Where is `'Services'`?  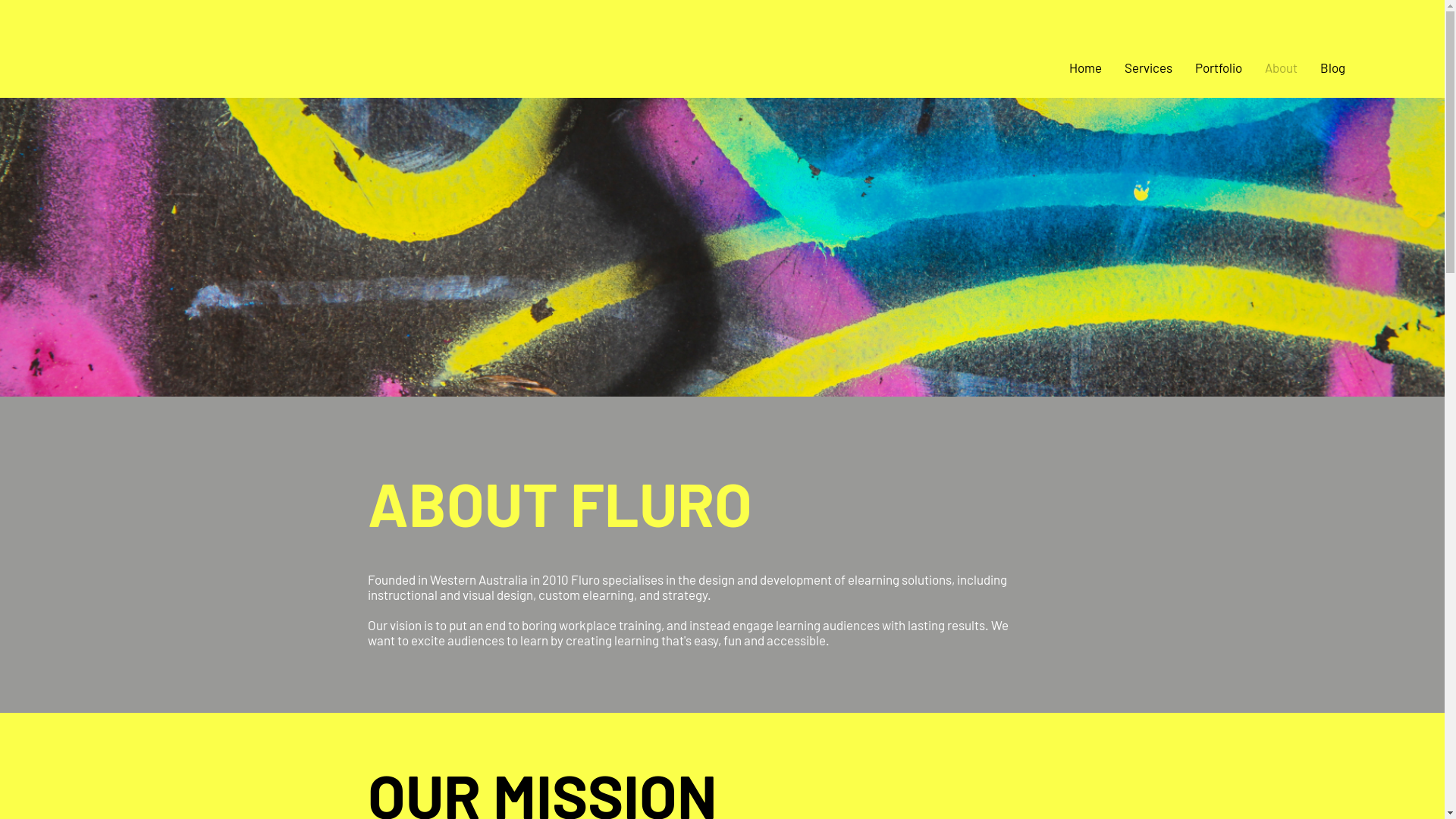
'Services' is located at coordinates (1148, 66).